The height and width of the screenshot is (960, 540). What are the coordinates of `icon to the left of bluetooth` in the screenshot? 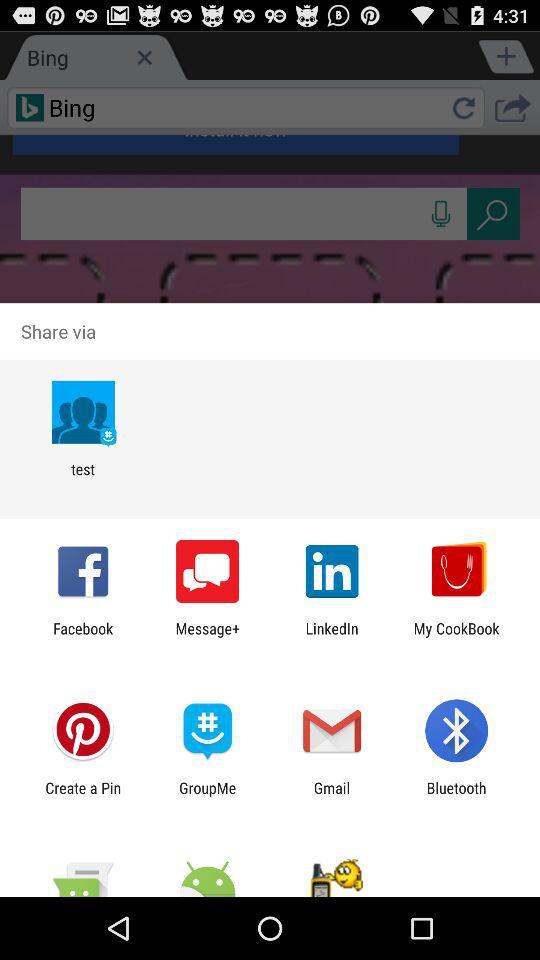 It's located at (332, 796).